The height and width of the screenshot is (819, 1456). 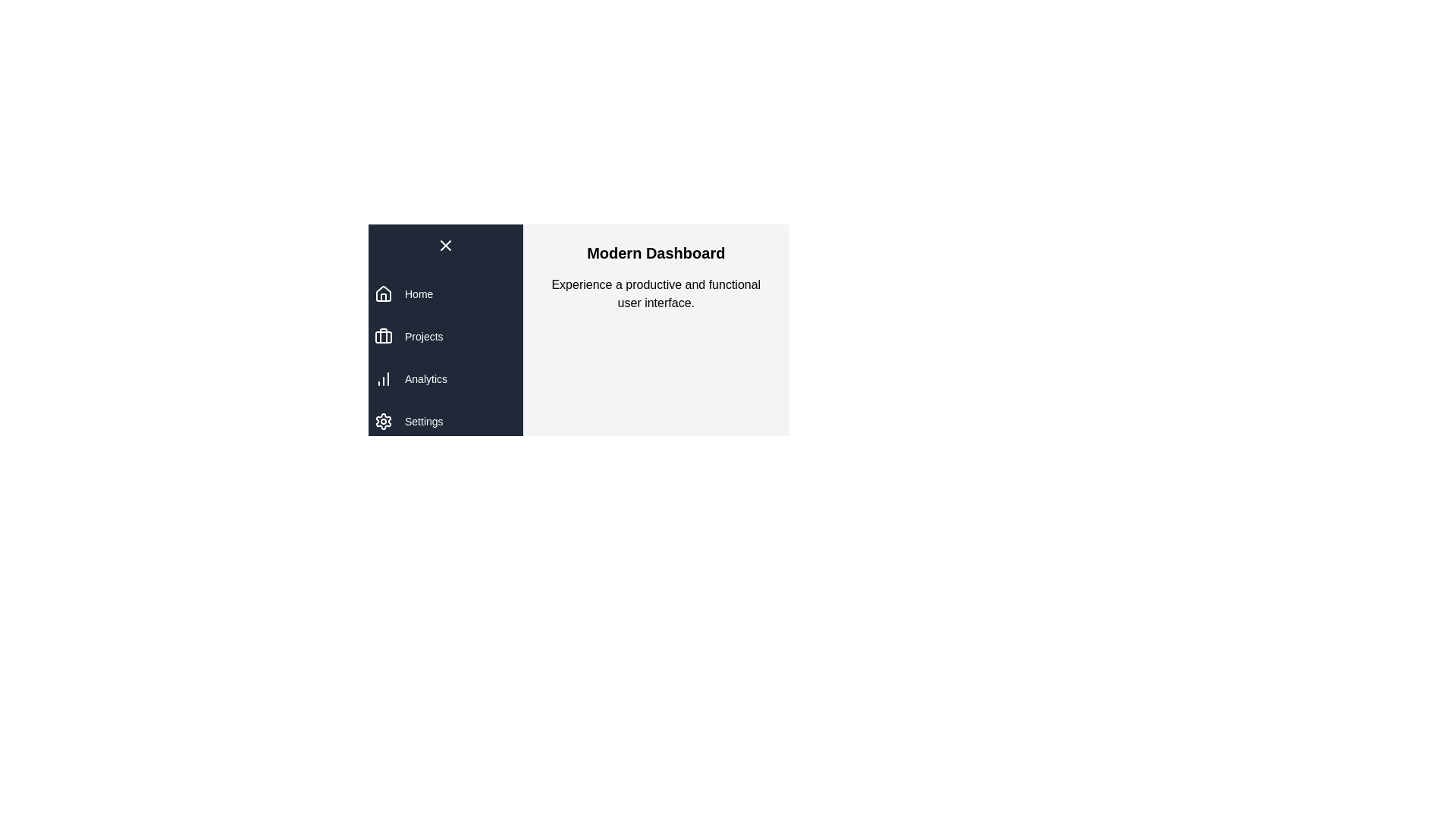 What do you see at coordinates (424, 335) in the screenshot?
I see `the navigation item Projects to navigate to the corresponding section` at bounding box center [424, 335].